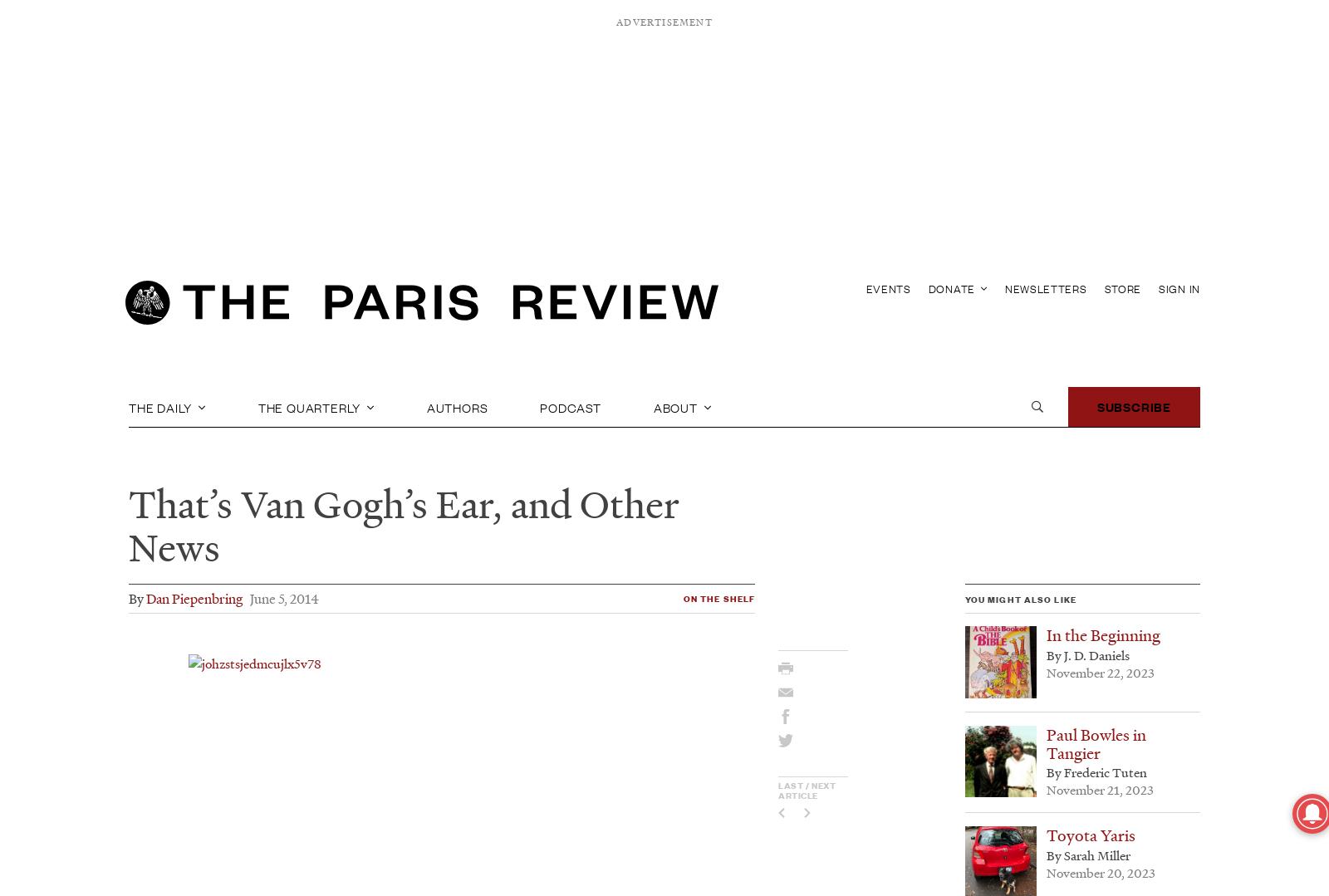 This screenshot has width=1329, height=896. I want to click on 'Toyota Yaris', so click(1090, 835).